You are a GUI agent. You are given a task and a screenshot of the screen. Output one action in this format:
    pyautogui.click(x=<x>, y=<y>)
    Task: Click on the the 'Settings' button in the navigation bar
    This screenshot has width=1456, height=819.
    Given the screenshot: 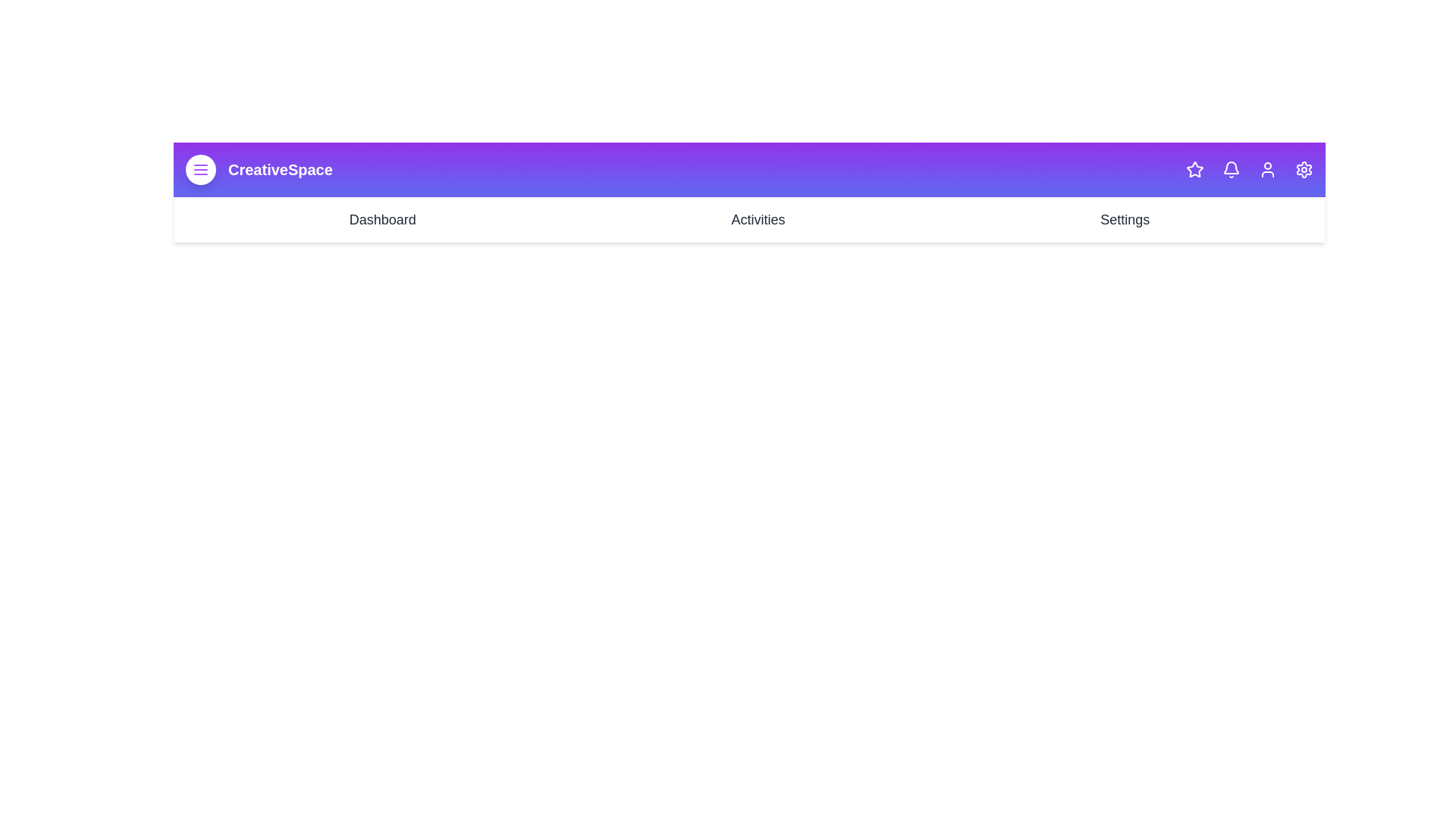 What is the action you would take?
    pyautogui.click(x=1125, y=219)
    